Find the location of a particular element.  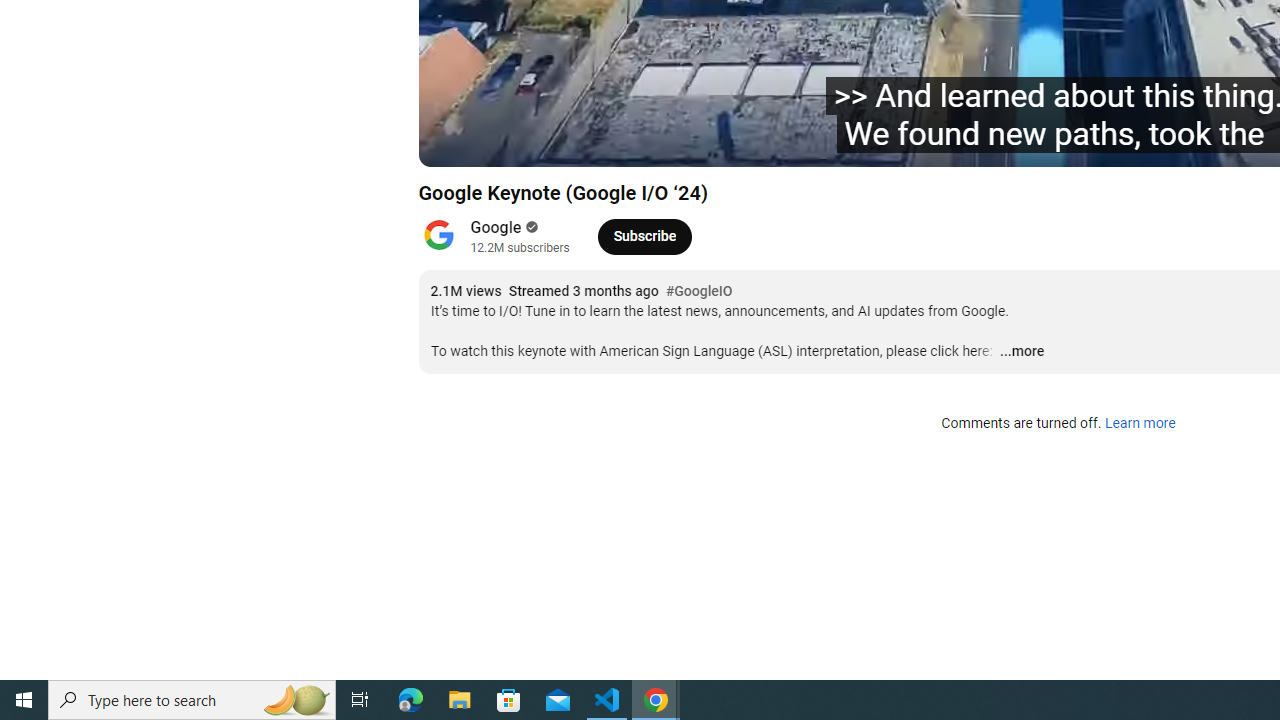

'...more' is located at coordinates (1021, 351).